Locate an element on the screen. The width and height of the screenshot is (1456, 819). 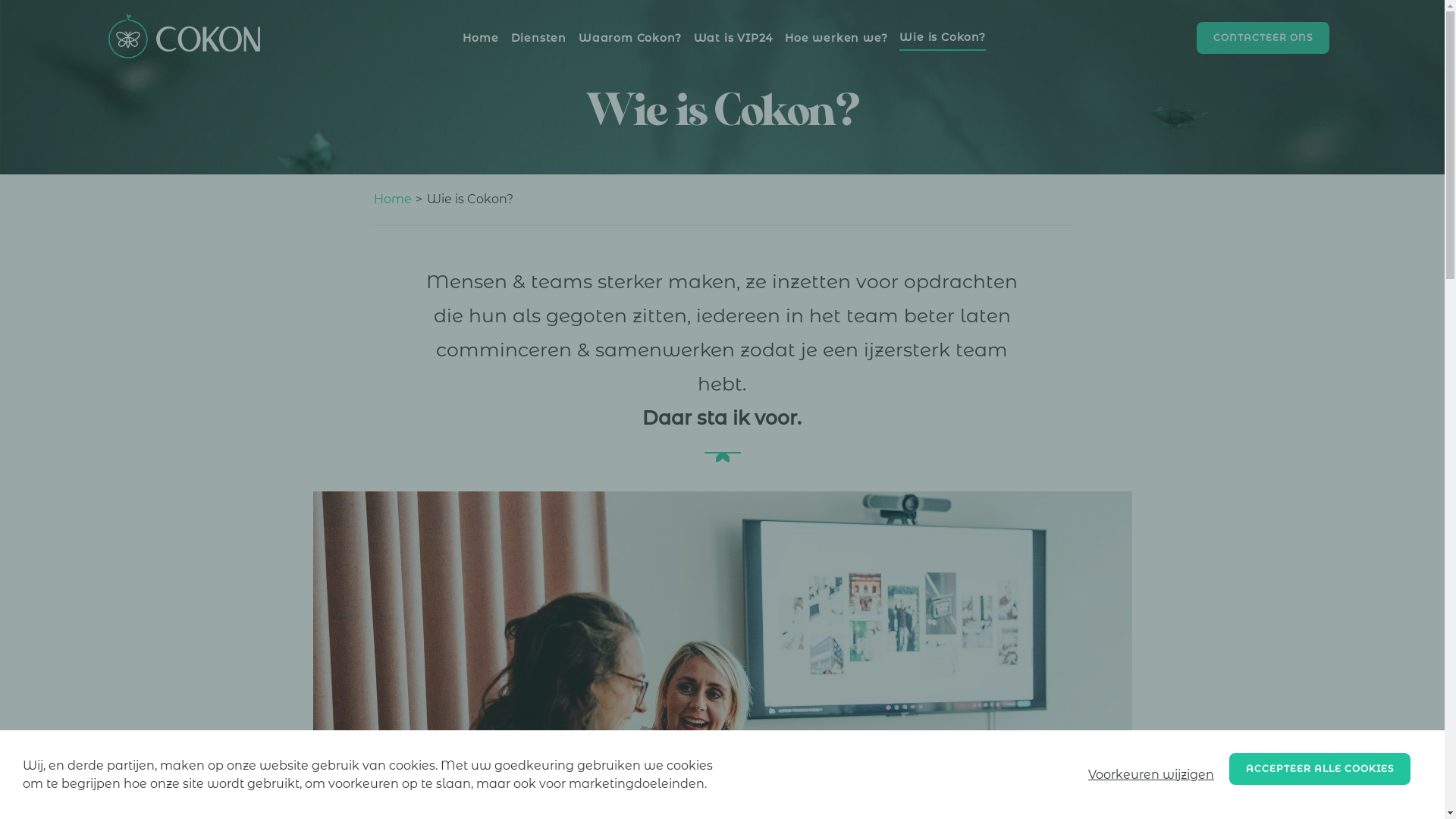
'Diensten' is located at coordinates (510, 36).